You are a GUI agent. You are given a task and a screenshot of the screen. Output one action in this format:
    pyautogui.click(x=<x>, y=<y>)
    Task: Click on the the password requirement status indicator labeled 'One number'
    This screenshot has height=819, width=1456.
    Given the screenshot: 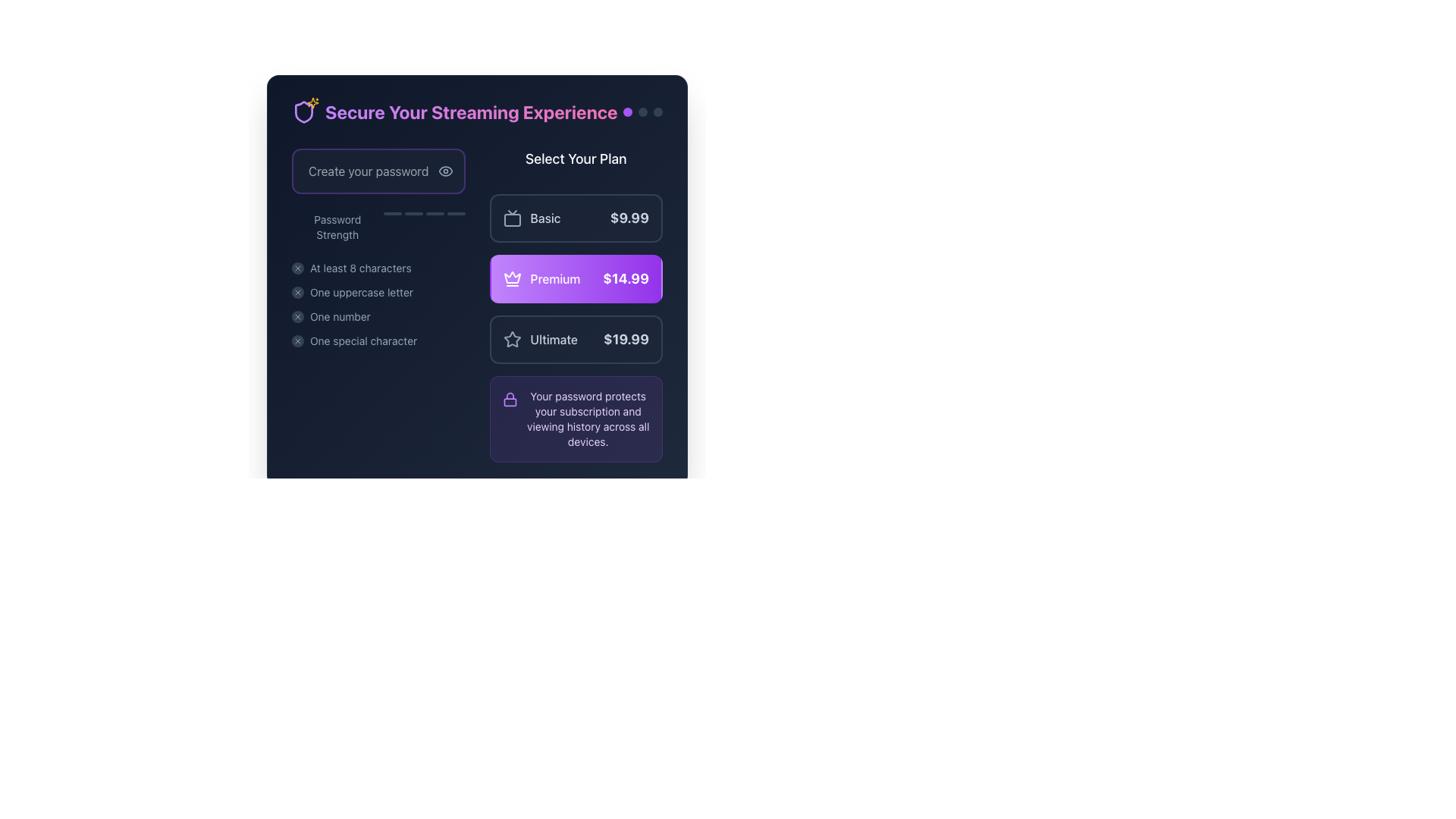 What is the action you would take?
    pyautogui.click(x=378, y=315)
    